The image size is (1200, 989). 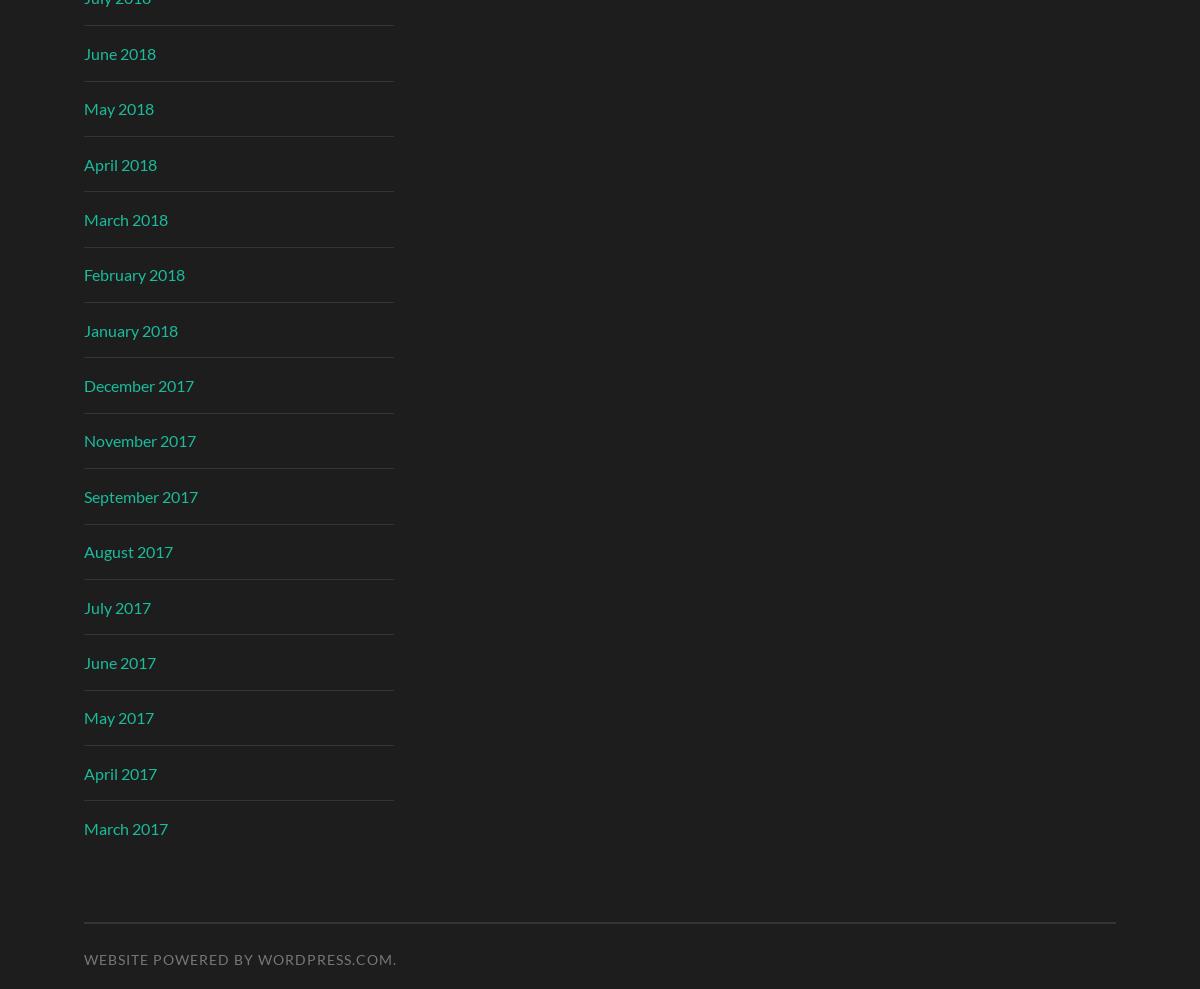 I want to click on 'March 2018', so click(x=126, y=218).